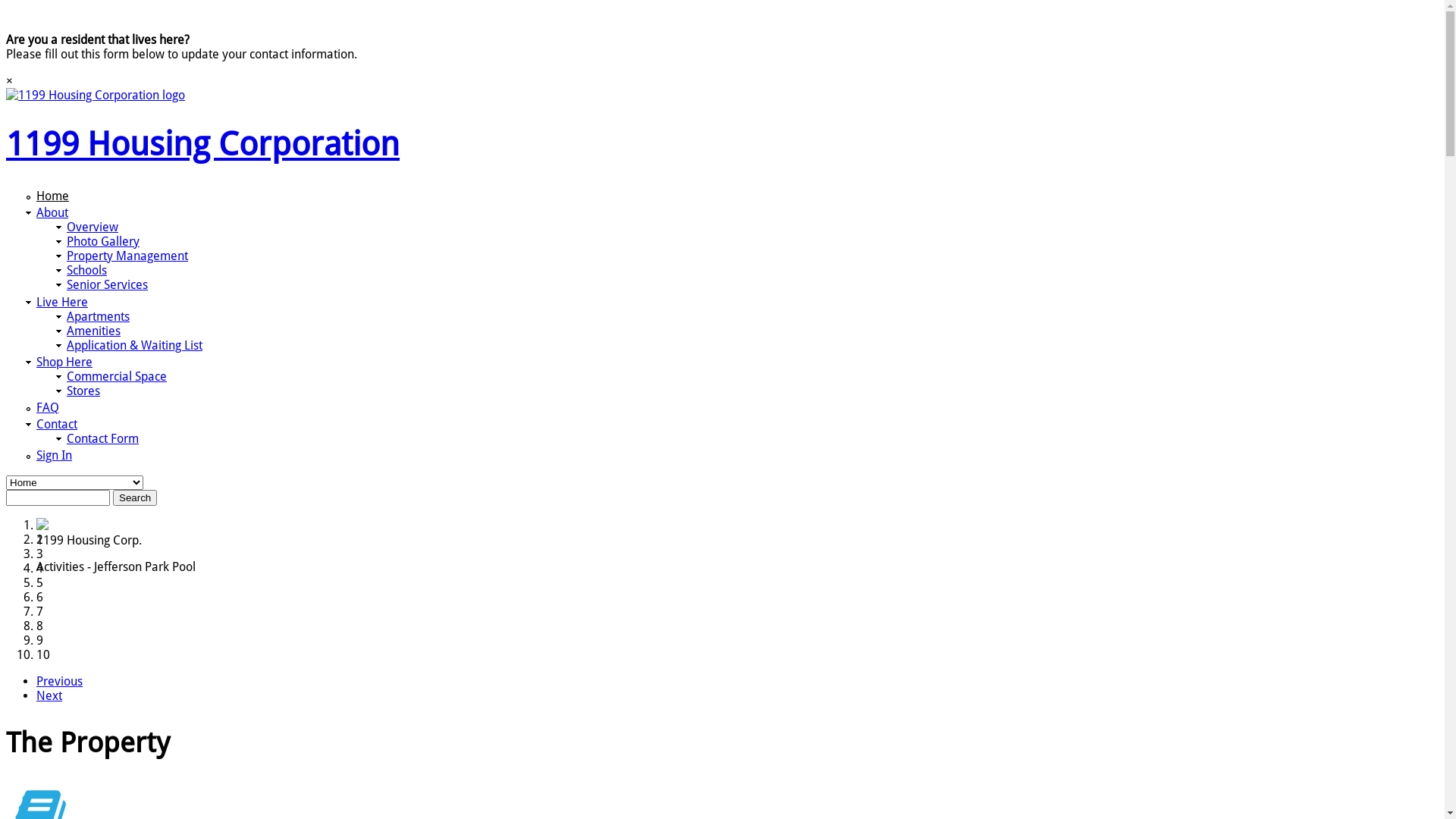 The width and height of the screenshot is (1456, 819). I want to click on 'Photo Gallery', so click(102, 240).